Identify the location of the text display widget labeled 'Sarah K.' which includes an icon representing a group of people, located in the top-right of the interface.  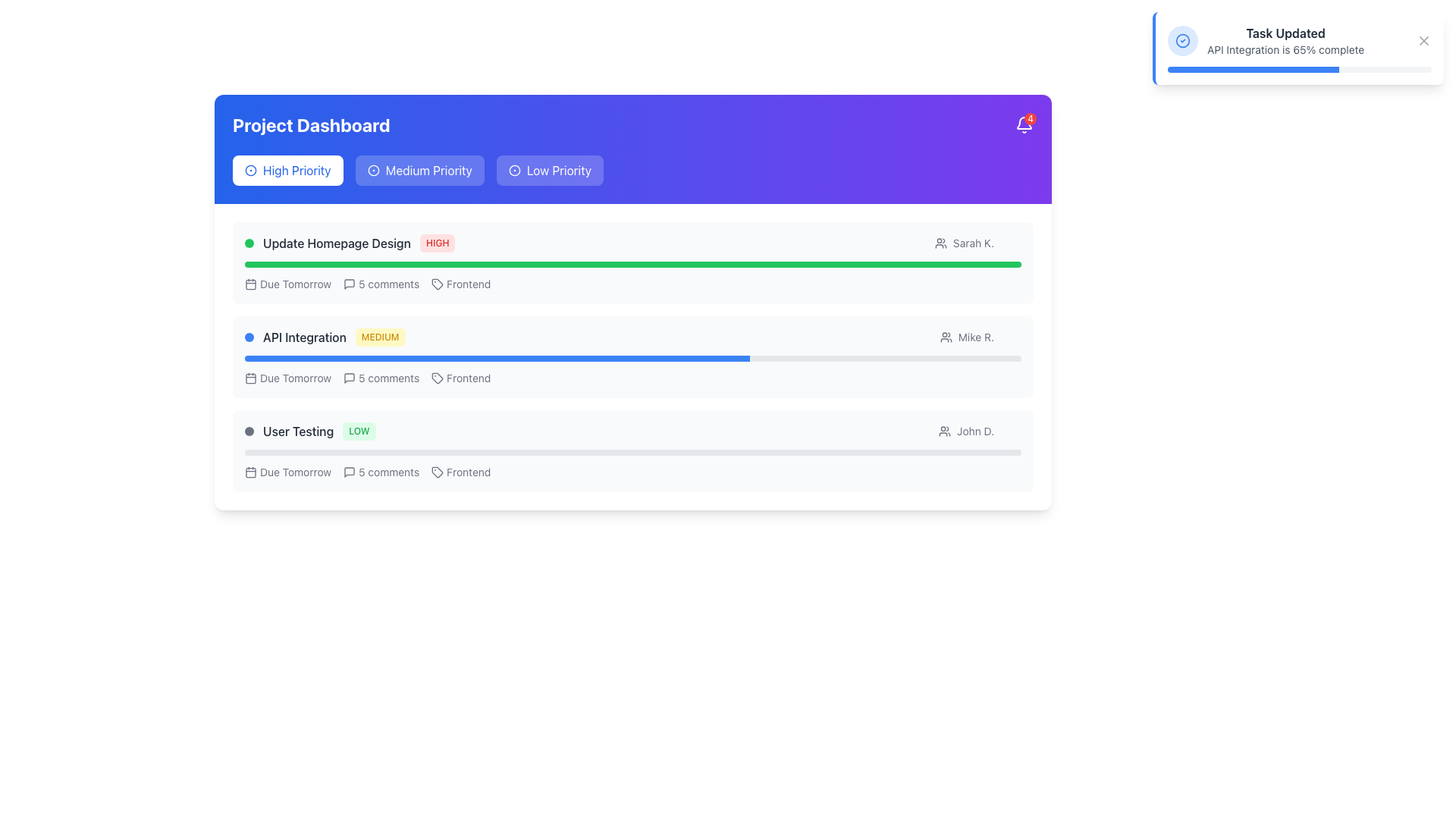
(964, 242).